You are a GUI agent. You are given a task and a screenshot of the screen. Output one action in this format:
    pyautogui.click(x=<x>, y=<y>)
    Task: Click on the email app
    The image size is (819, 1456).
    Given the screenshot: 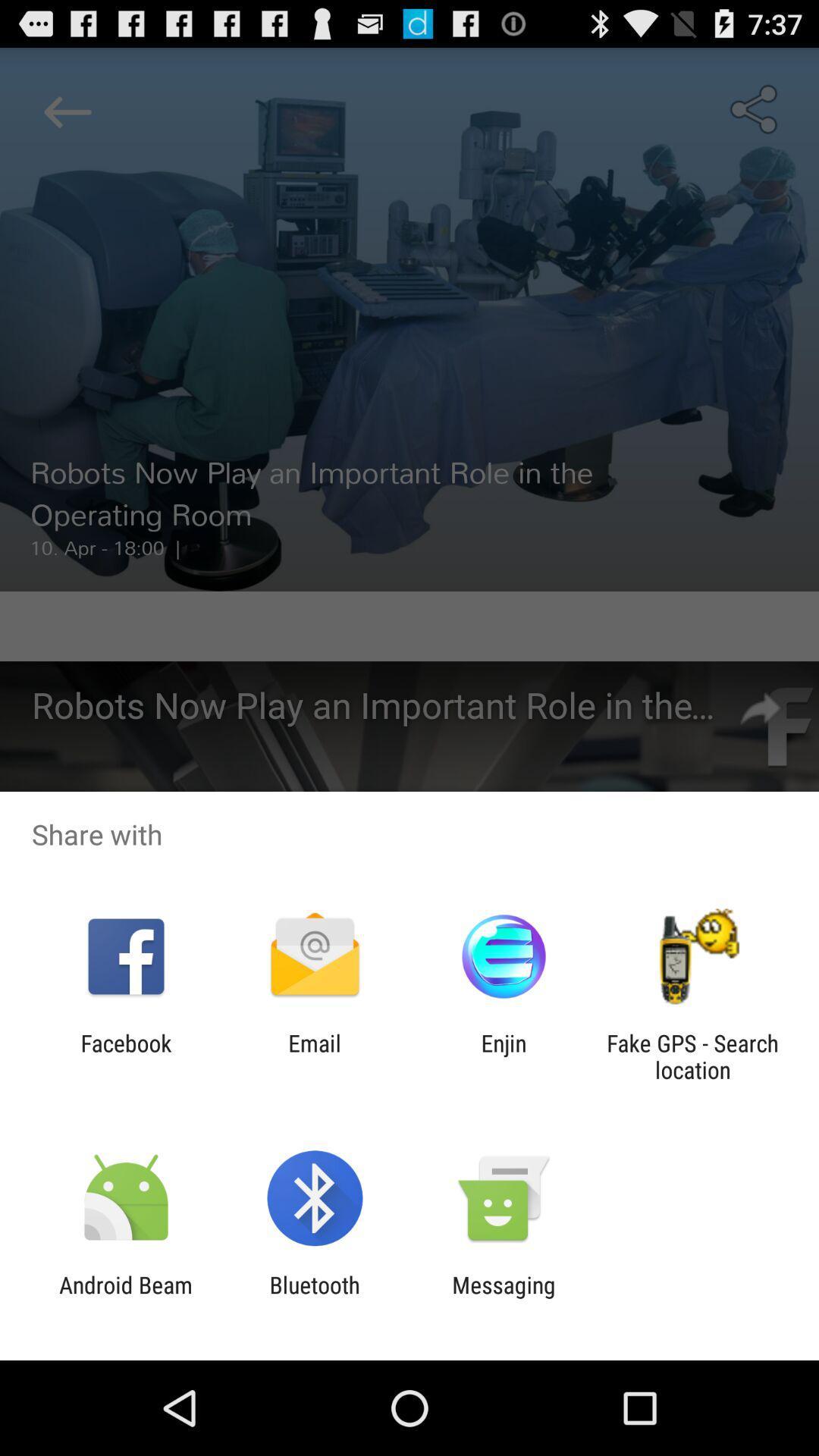 What is the action you would take?
    pyautogui.click(x=314, y=1056)
    